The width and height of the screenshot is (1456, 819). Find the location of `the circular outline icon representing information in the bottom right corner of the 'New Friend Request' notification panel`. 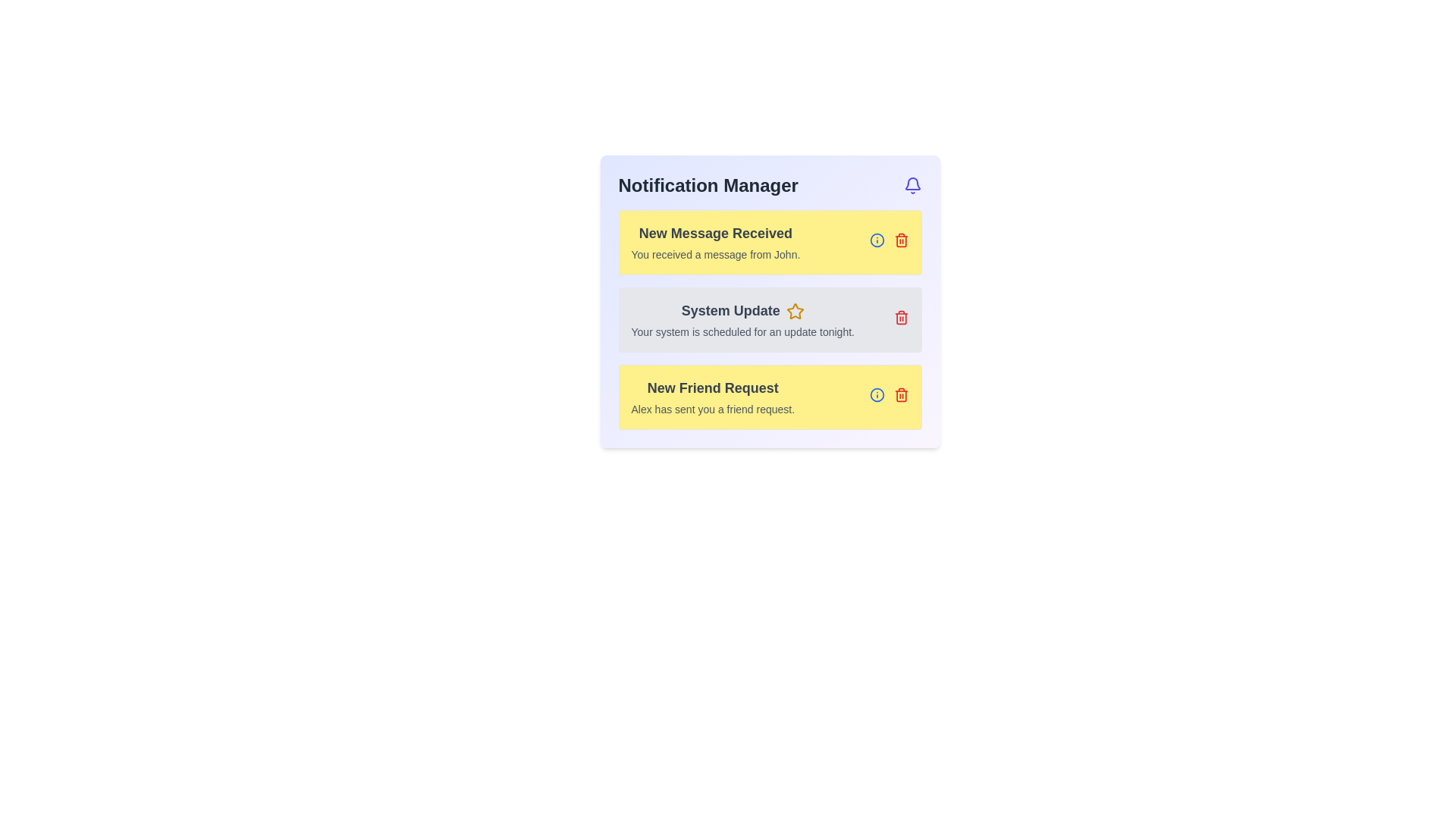

the circular outline icon representing information in the bottom right corner of the 'New Friend Request' notification panel is located at coordinates (877, 239).